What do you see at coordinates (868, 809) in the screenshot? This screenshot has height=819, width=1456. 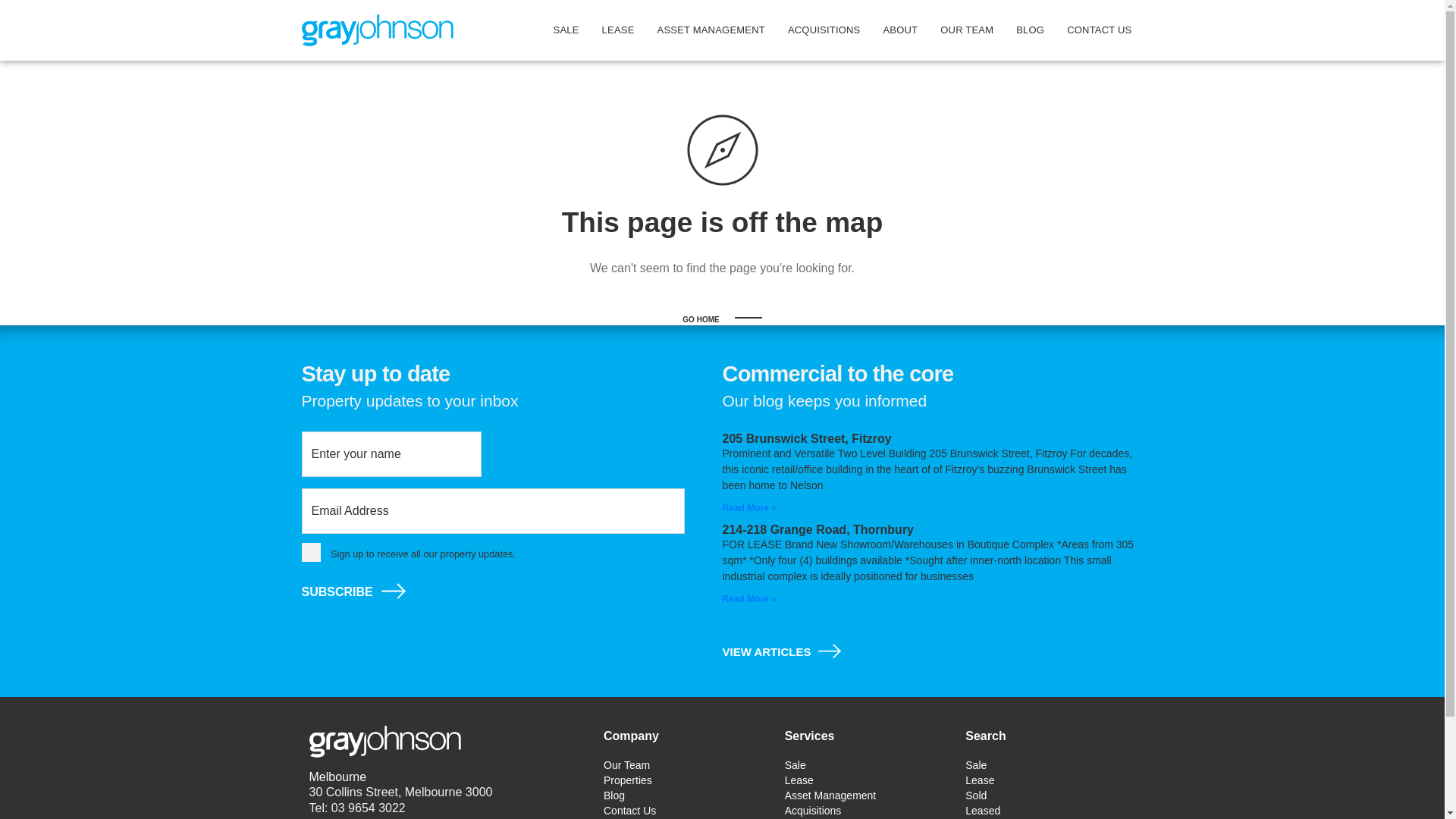 I see `'Acquisitions'` at bounding box center [868, 809].